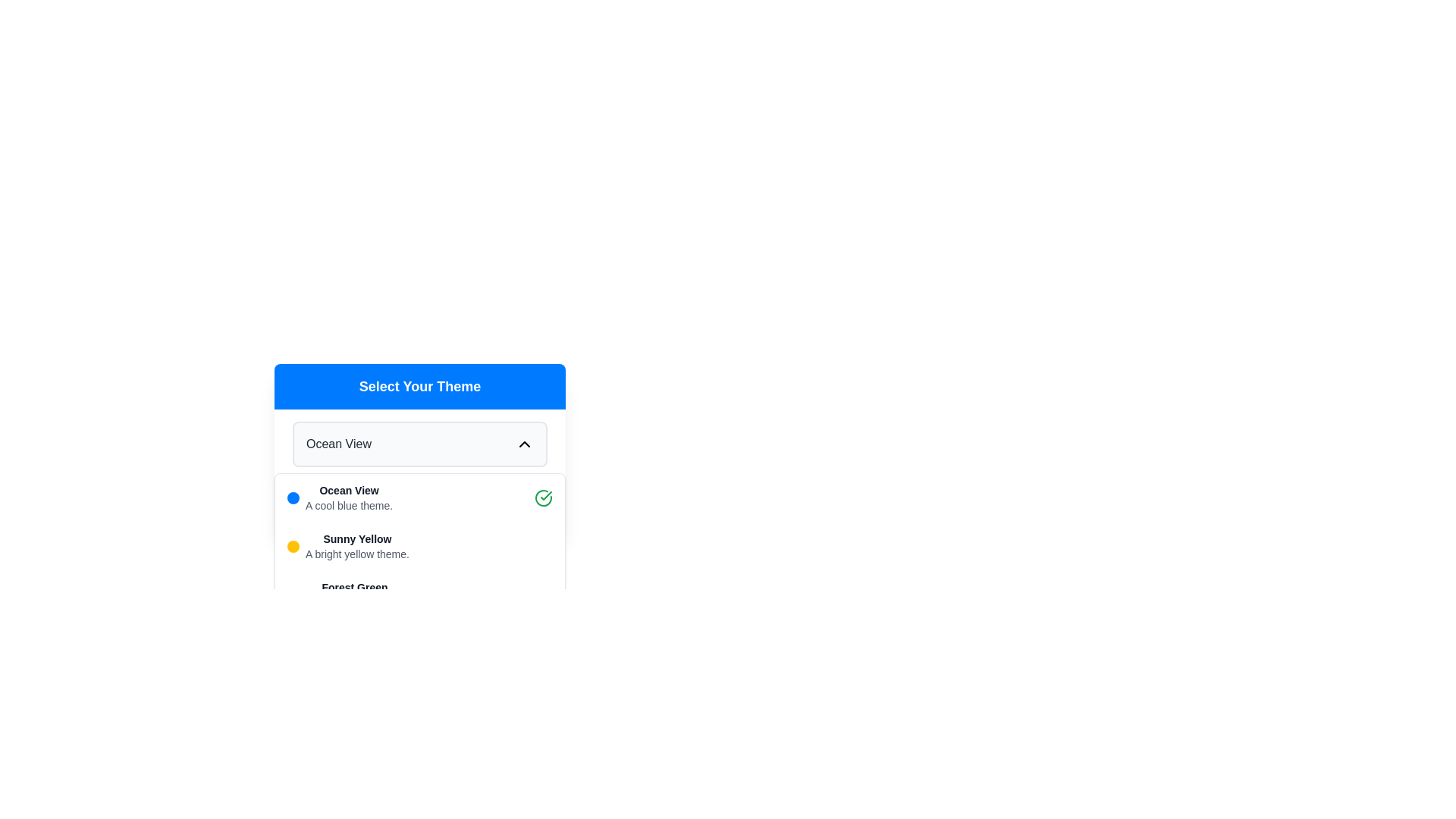 Image resolution: width=1456 pixels, height=819 pixels. I want to click on text block displaying 'A bright yellow theme,' which is styled with a small font size and grey color, located directly below the title 'Sunny Yellow' in the theme selection list, so click(356, 554).